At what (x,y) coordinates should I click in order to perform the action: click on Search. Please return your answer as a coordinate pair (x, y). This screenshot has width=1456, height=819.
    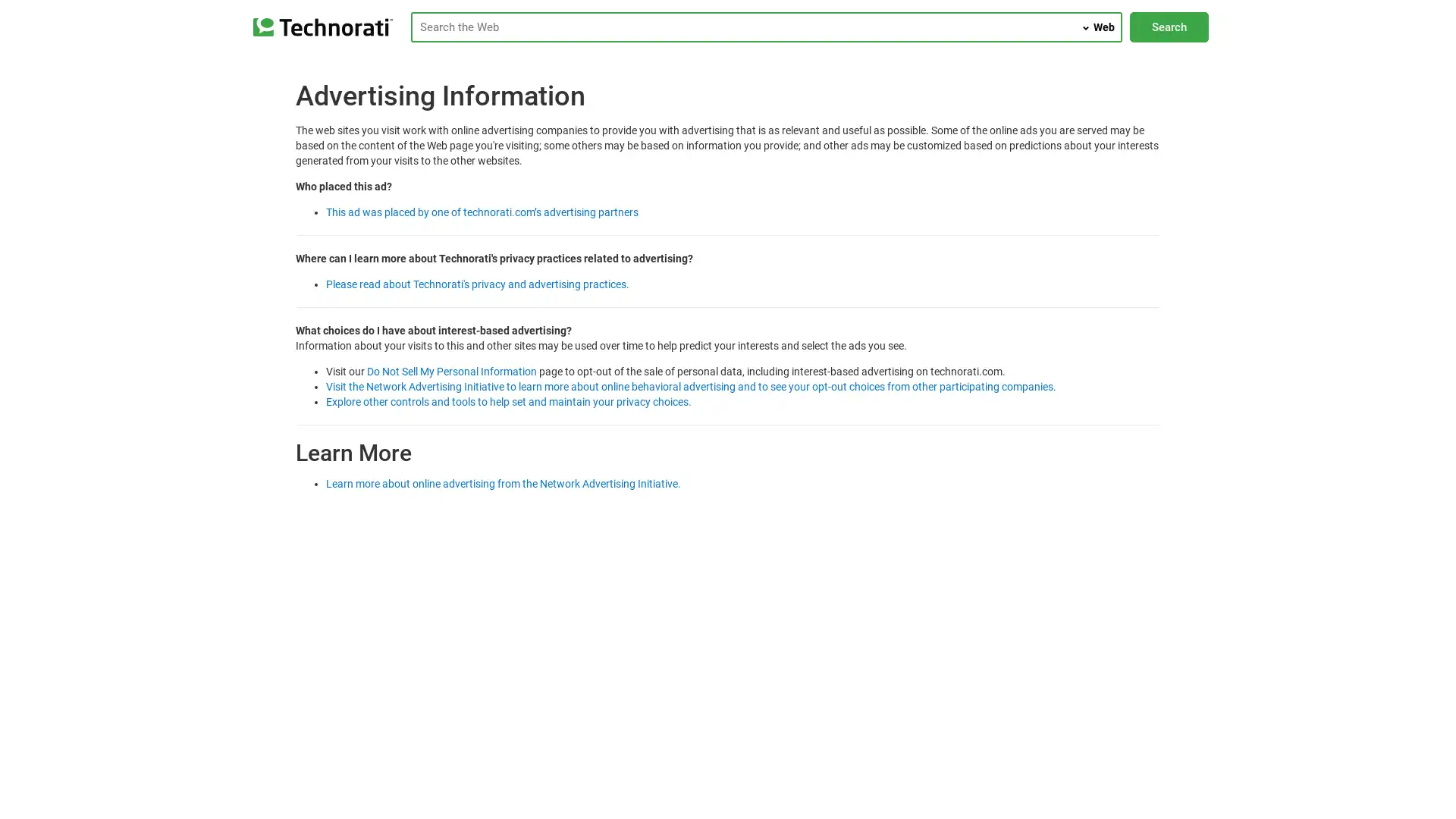
    Looking at the image, I should click on (1168, 27).